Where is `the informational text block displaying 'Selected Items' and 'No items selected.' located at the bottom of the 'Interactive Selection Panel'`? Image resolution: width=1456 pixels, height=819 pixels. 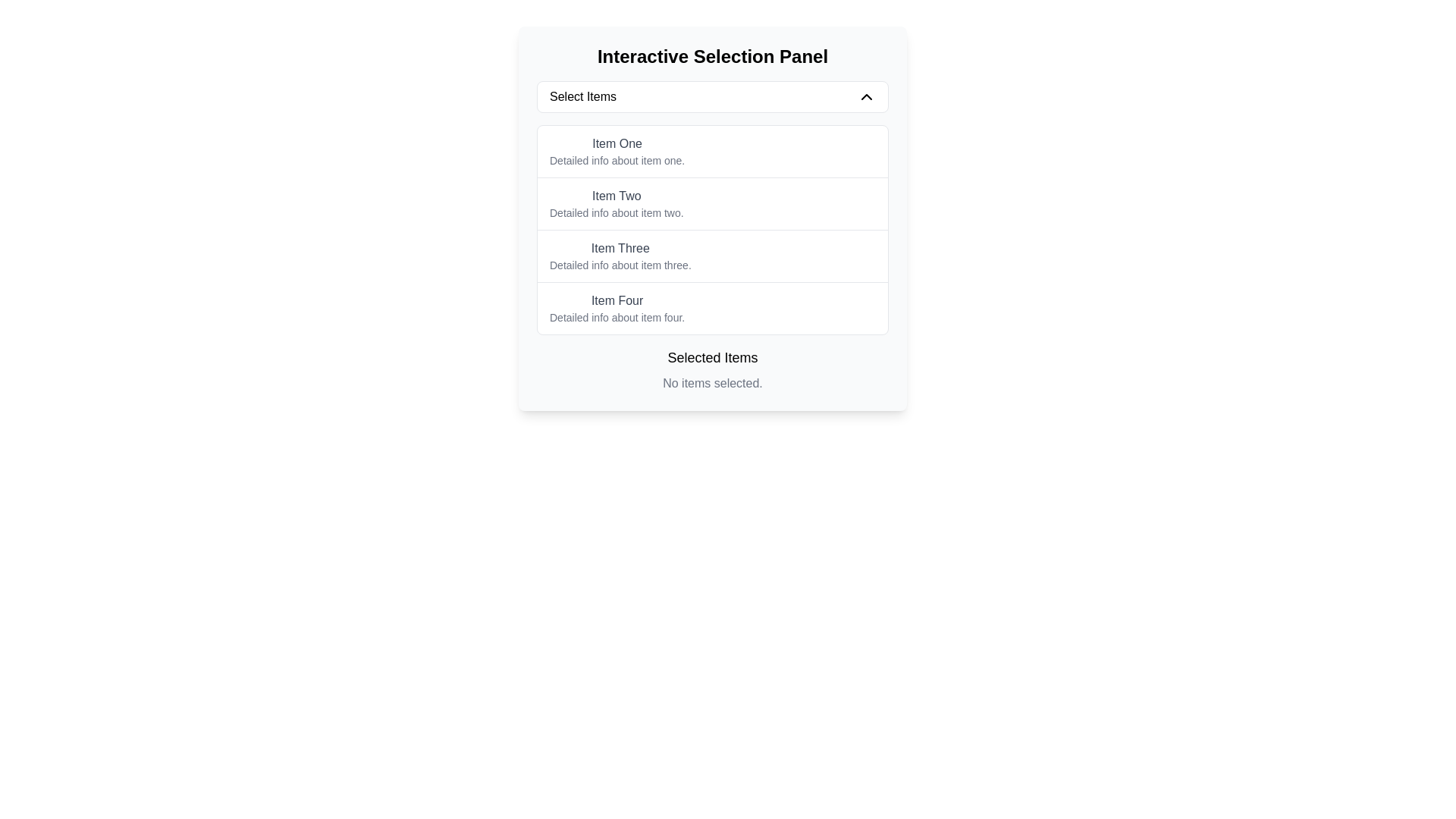
the informational text block displaying 'Selected Items' and 'No items selected.' located at the bottom of the 'Interactive Selection Panel' is located at coordinates (712, 370).